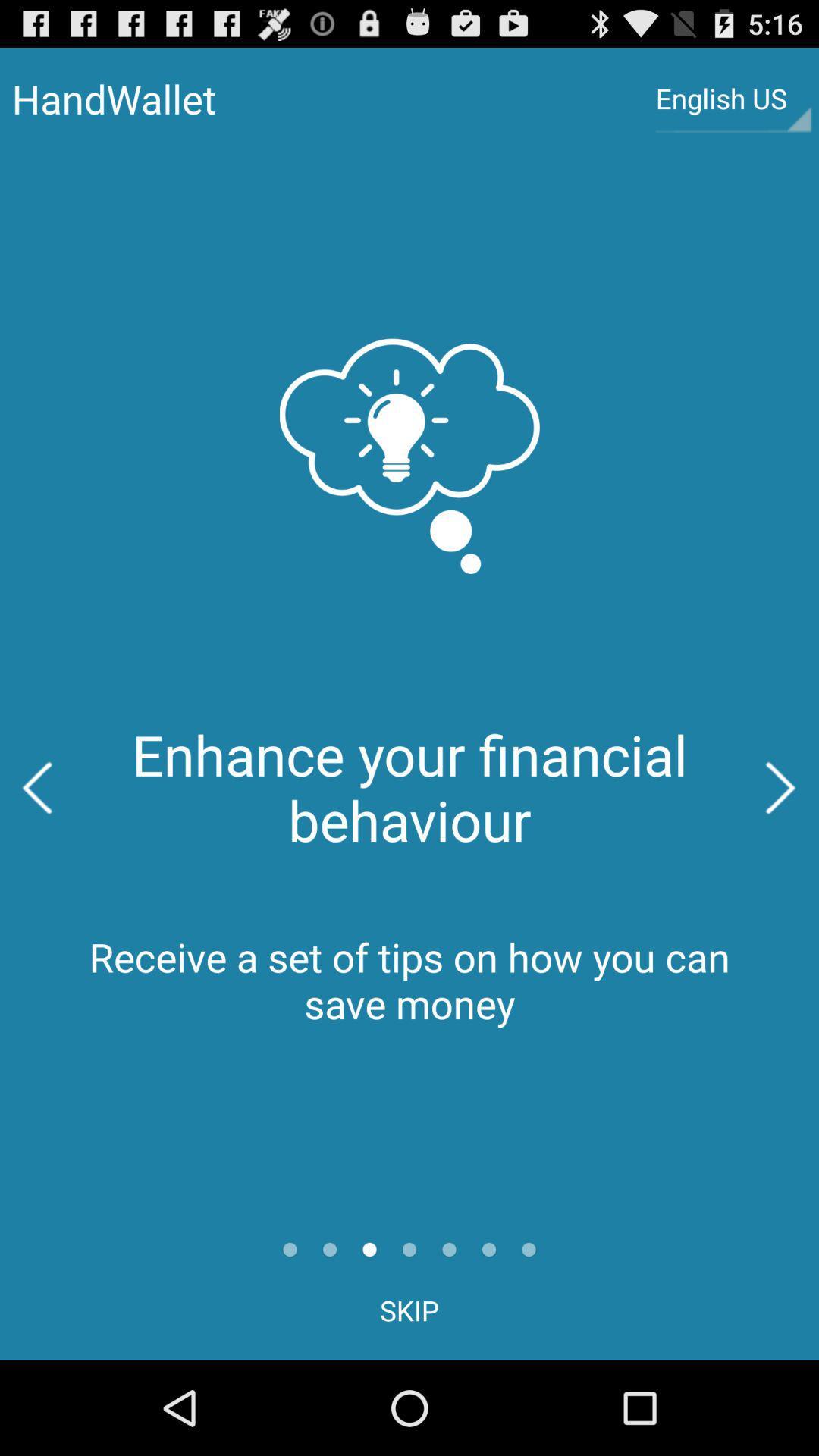  What do you see at coordinates (781, 843) in the screenshot?
I see `the arrow_forward icon` at bounding box center [781, 843].